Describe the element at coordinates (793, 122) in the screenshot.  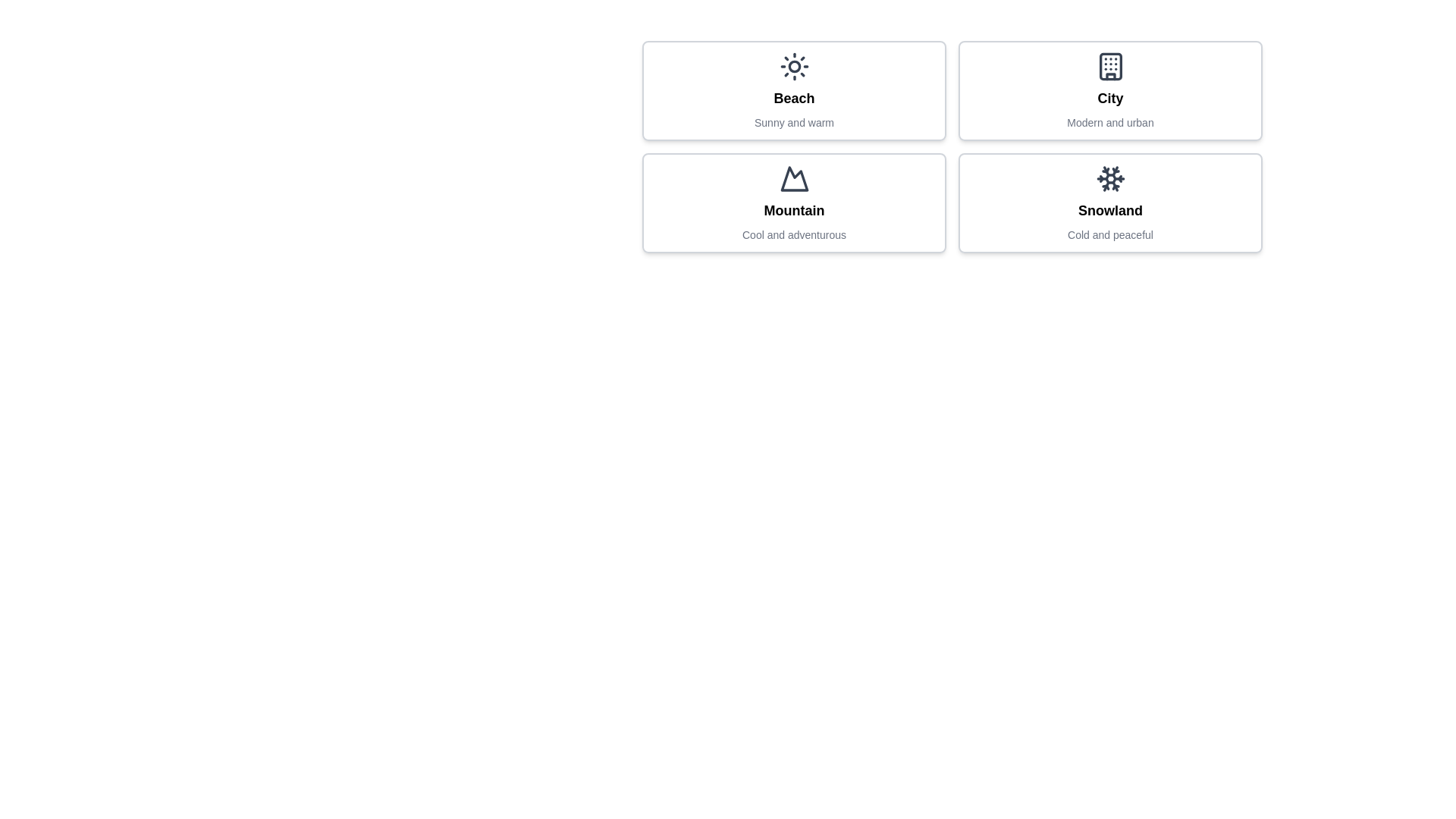
I see `the descriptive text label located beneath the 'Beach' heading in the top-left corner of the grid layout` at that location.